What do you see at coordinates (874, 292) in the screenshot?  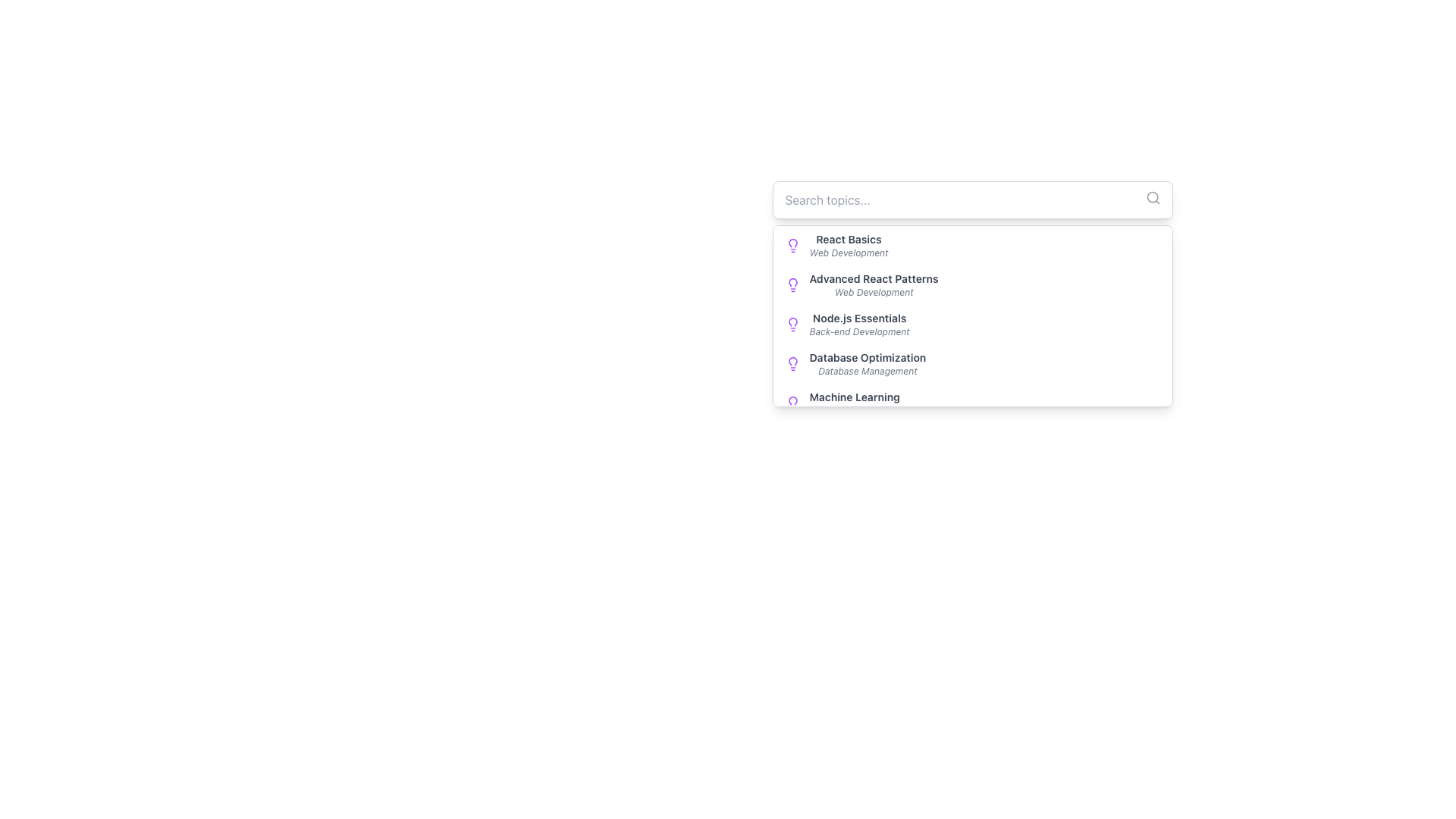 I see `the text label displaying 'Web Development', which is styled in gray and italic, located below 'Advanced React Patterns'` at bounding box center [874, 292].